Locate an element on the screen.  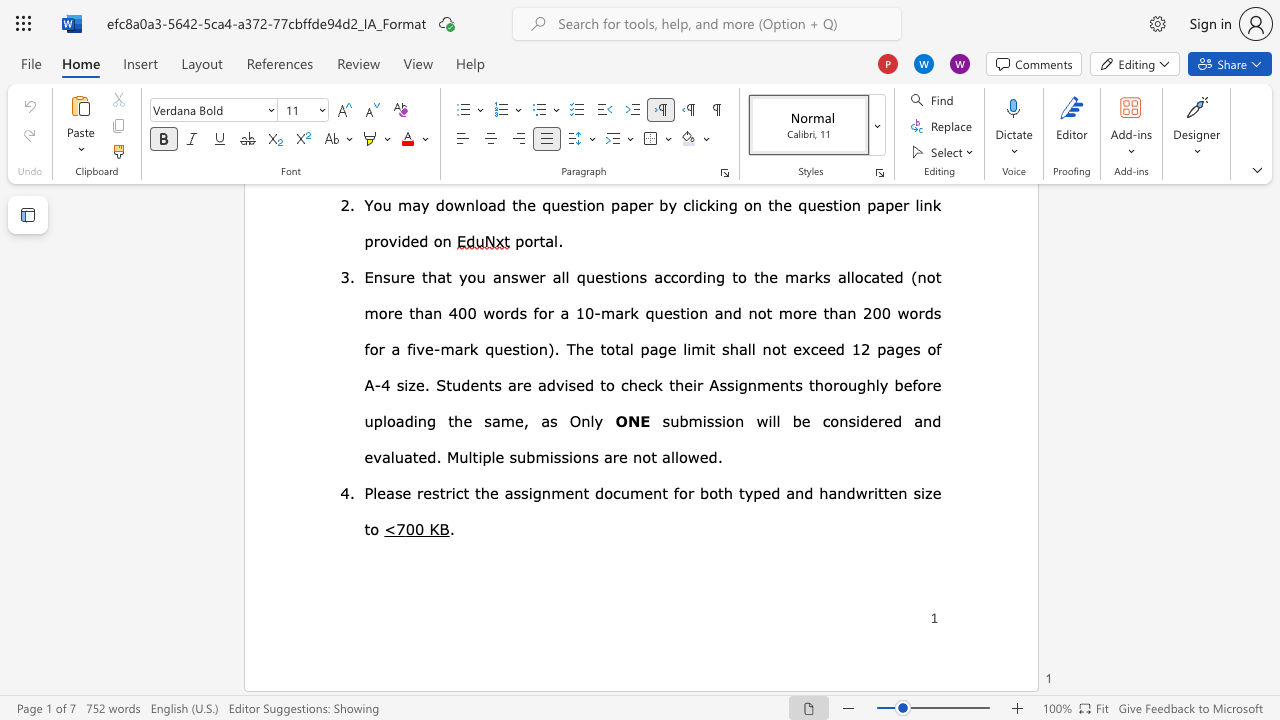
the 2th character "i" in the text is located at coordinates (551, 456).